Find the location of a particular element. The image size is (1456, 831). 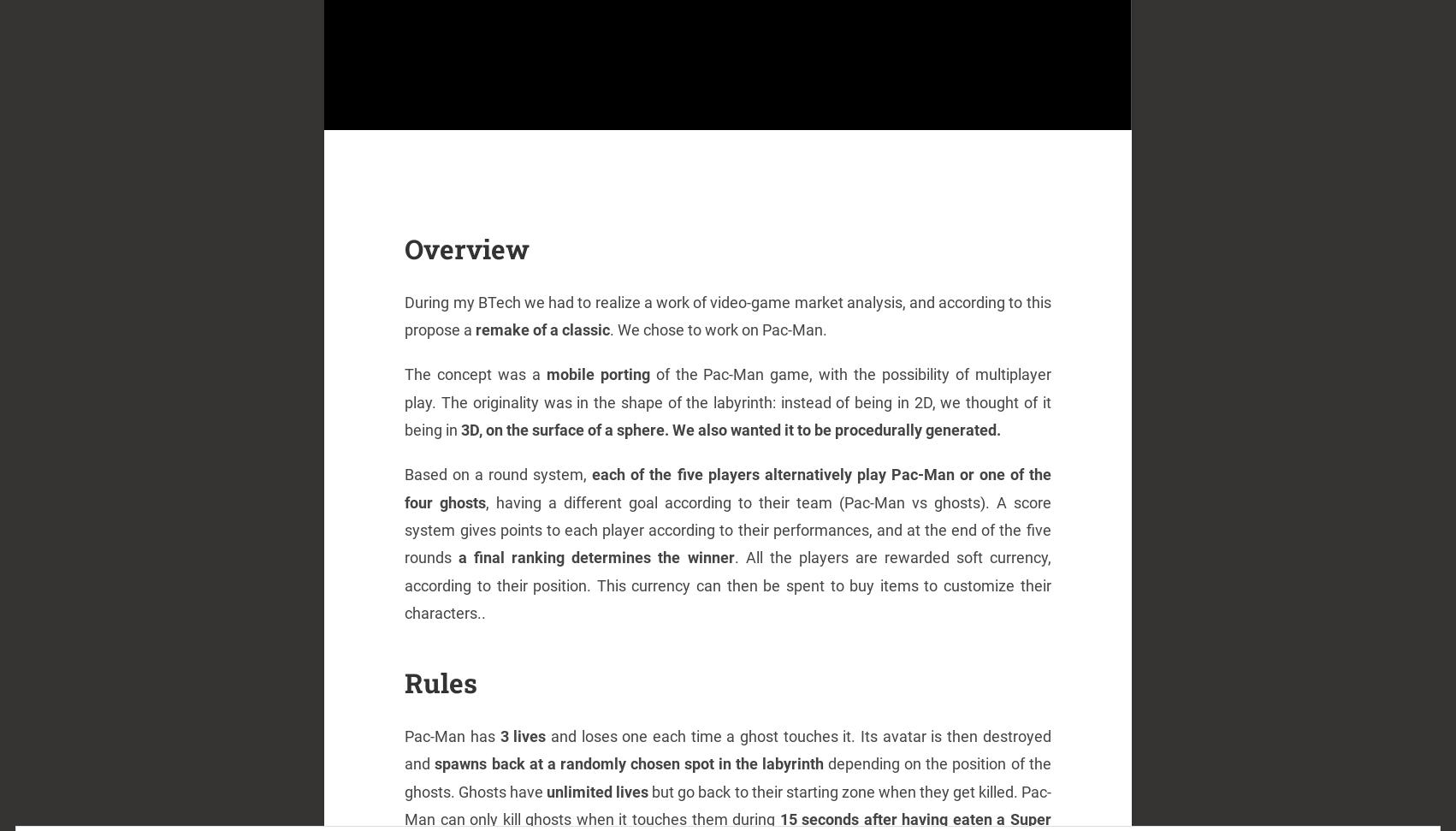

'. All the players are rewarded soft currency, according to their position. This currency can then be spent to buy items to customize their characters..' is located at coordinates (726, 585).